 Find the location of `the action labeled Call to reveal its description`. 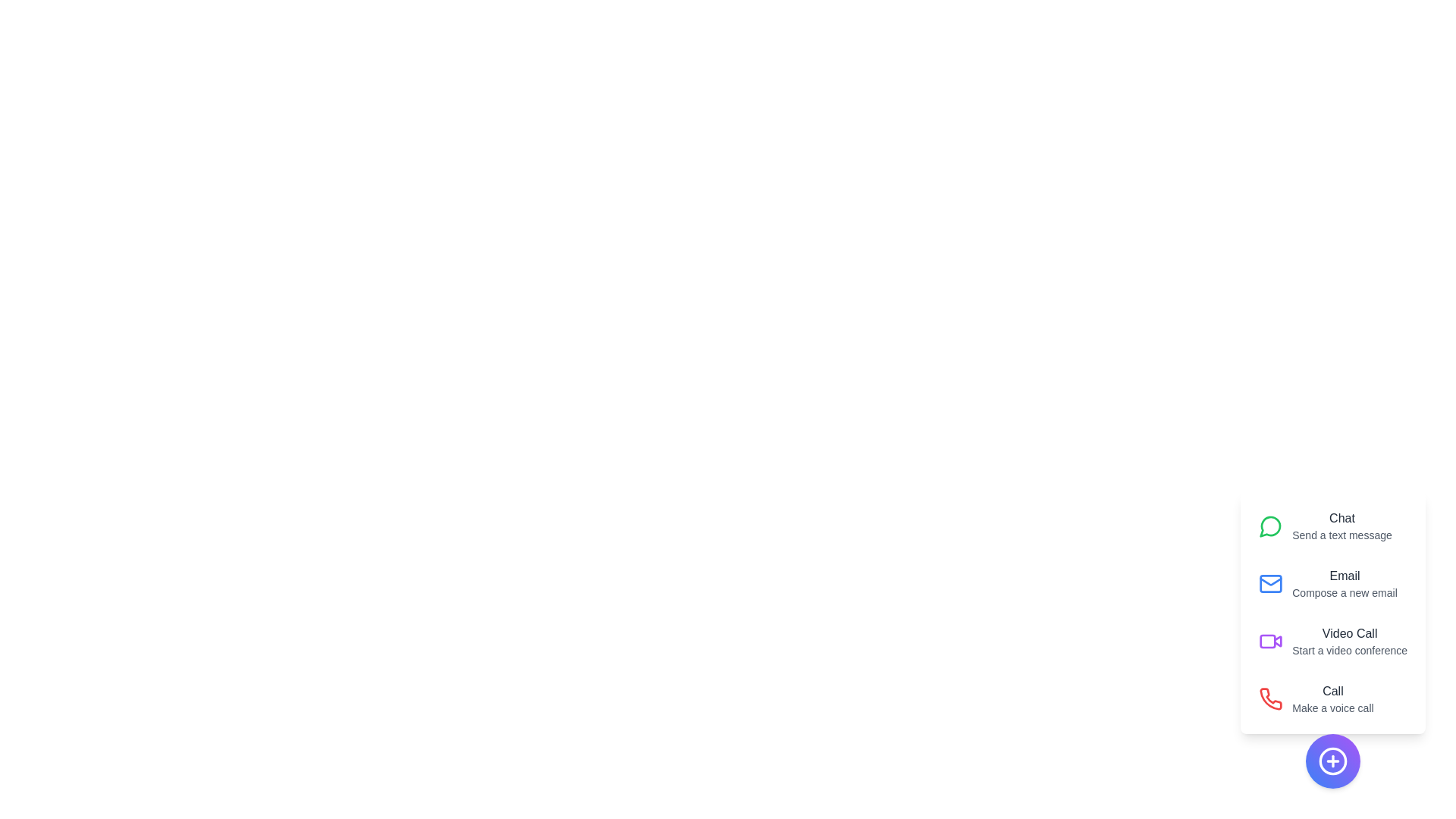

the action labeled Call to reveal its description is located at coordinates (1332, 698).